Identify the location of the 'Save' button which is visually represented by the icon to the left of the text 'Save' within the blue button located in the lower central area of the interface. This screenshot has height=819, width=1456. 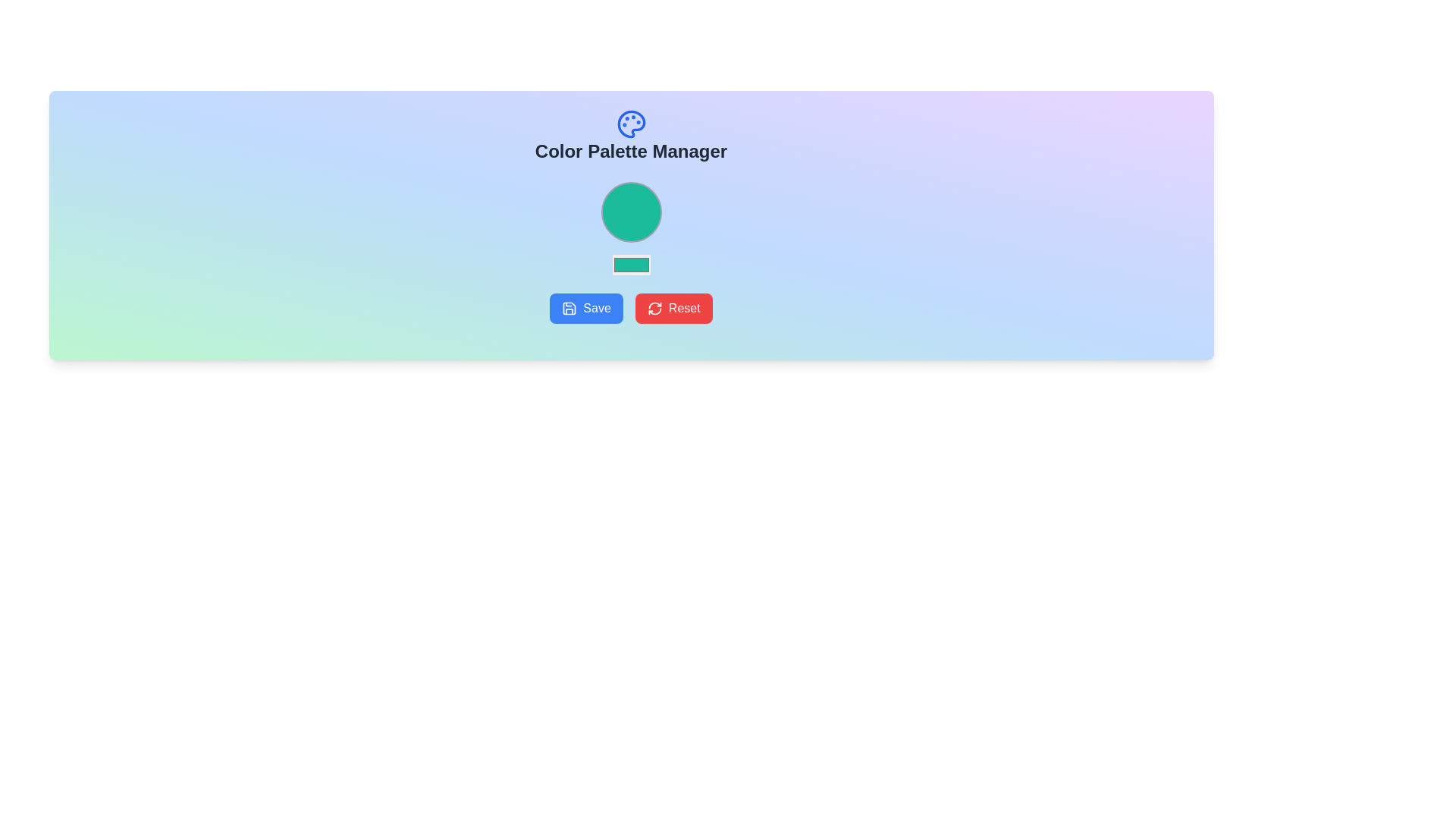
(569, 308).